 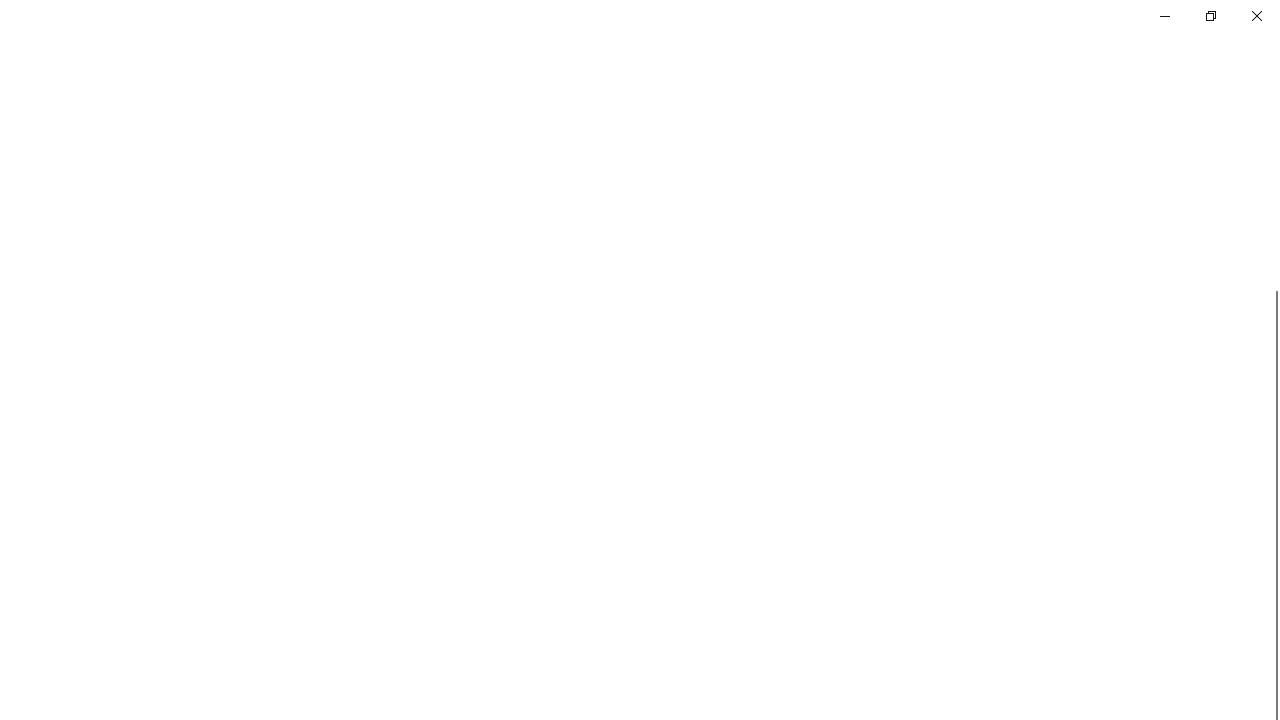 I want to click on 'Restore Settings', so click(x=1209, y=15).